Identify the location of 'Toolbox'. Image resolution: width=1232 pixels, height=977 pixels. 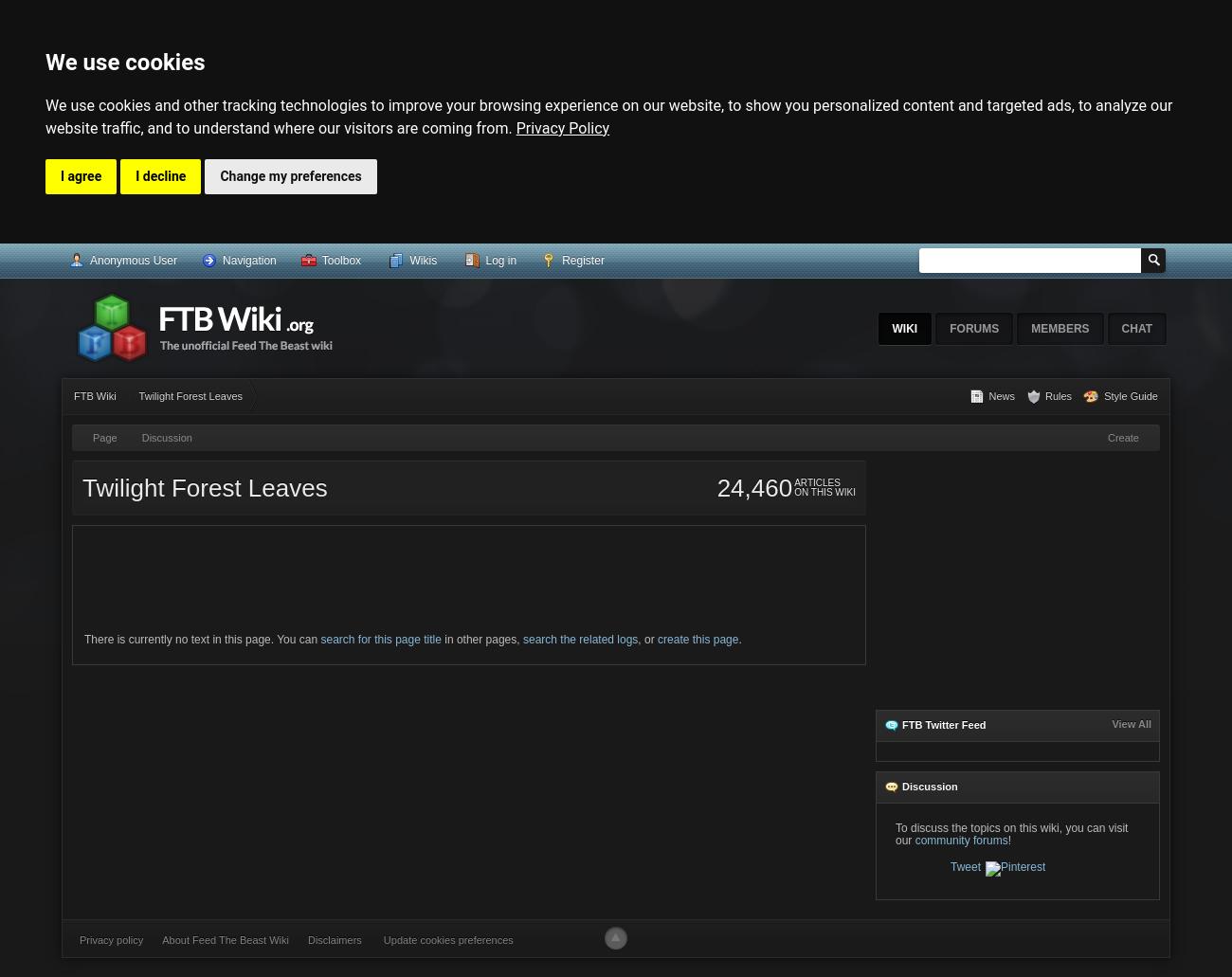
(339, 260).